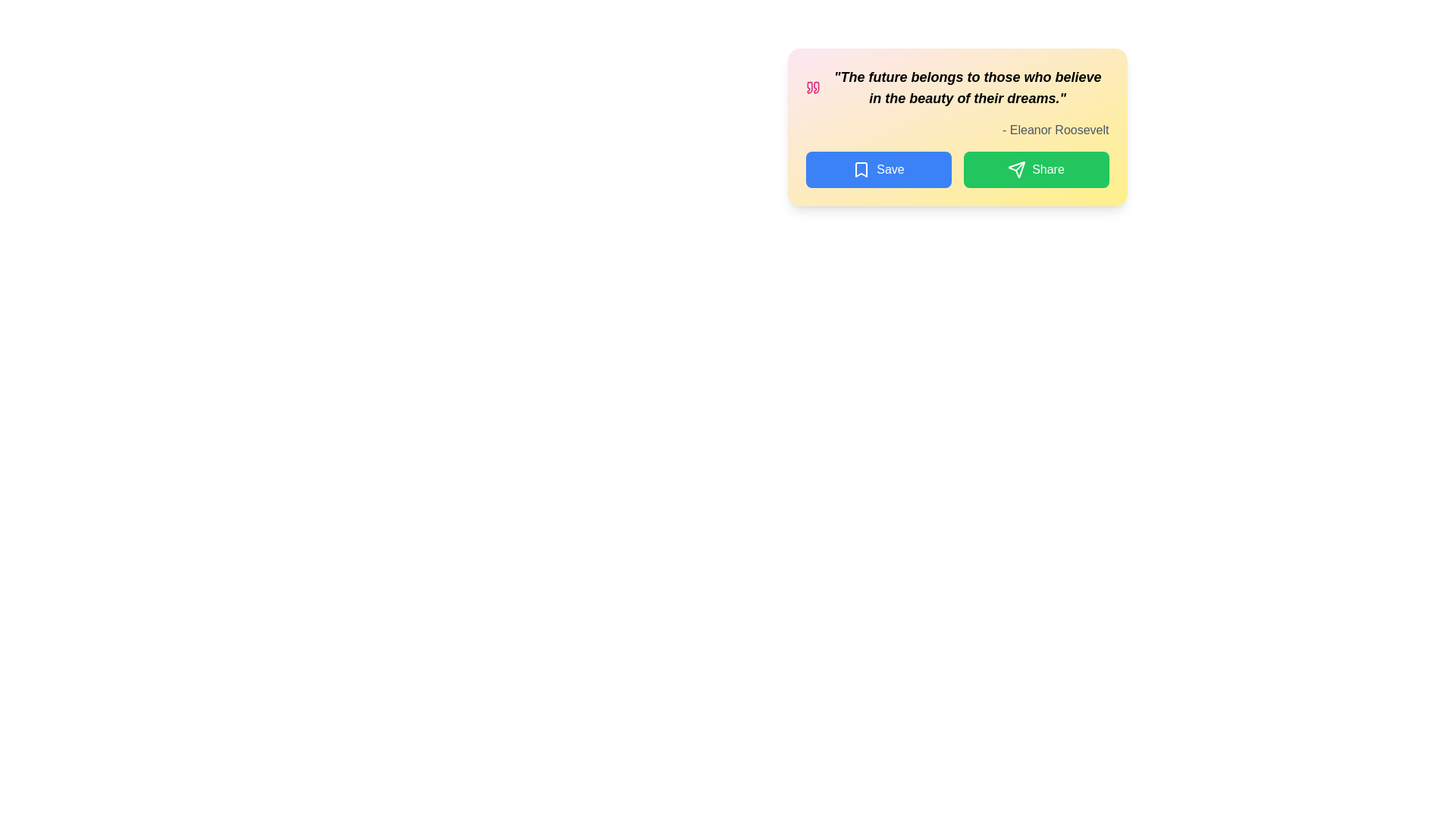  Describe the element at coordinates (956, 87) in the screenshot. I see `inspirational quote displayed in the text display block located in the upper-central region of the gradient-colored rectangular card, above the buttons labeled 'Save' and 'Share'` at that location.